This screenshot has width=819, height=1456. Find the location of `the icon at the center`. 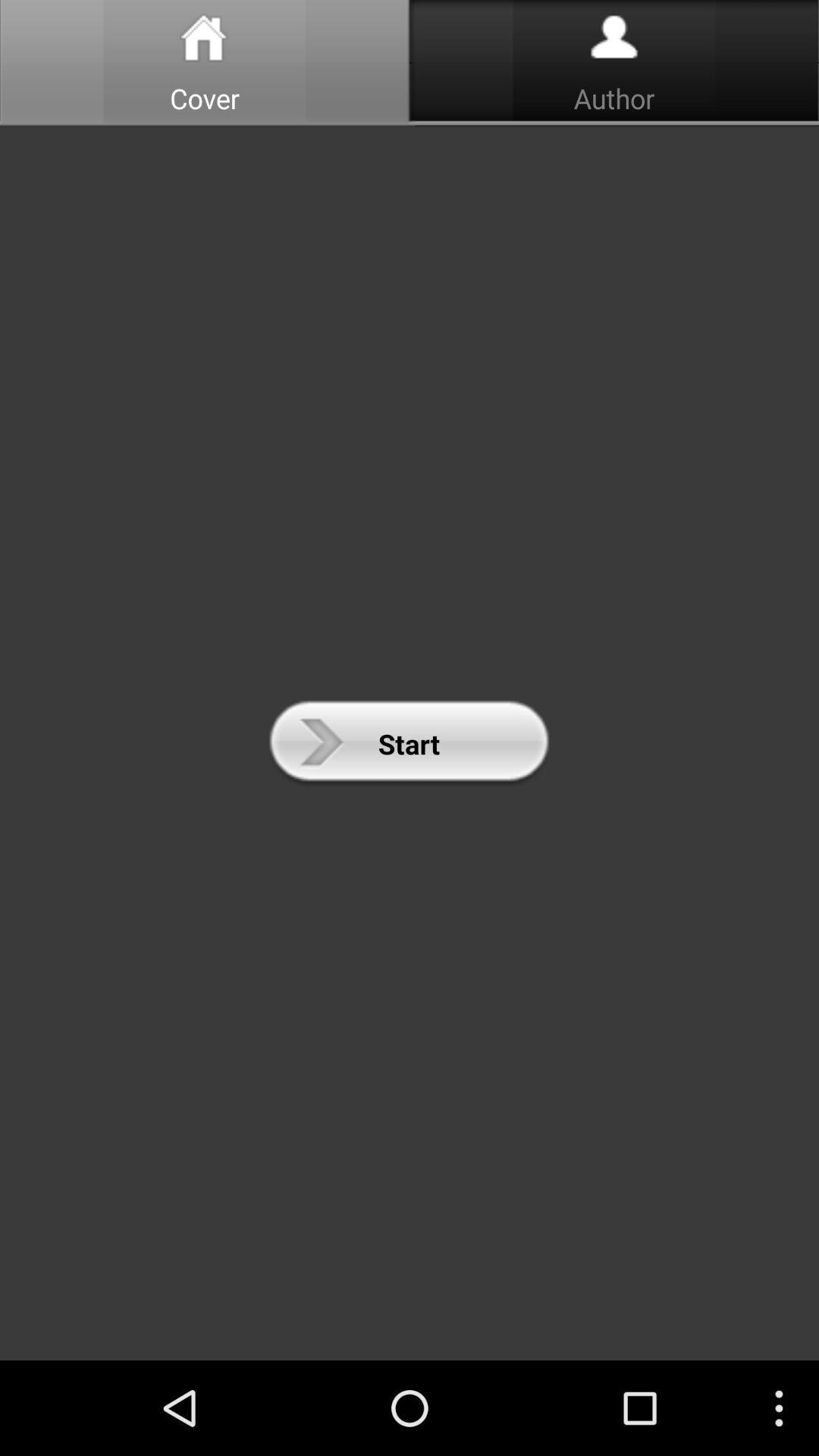

the icon at the center is located at coordinates (408, 743).